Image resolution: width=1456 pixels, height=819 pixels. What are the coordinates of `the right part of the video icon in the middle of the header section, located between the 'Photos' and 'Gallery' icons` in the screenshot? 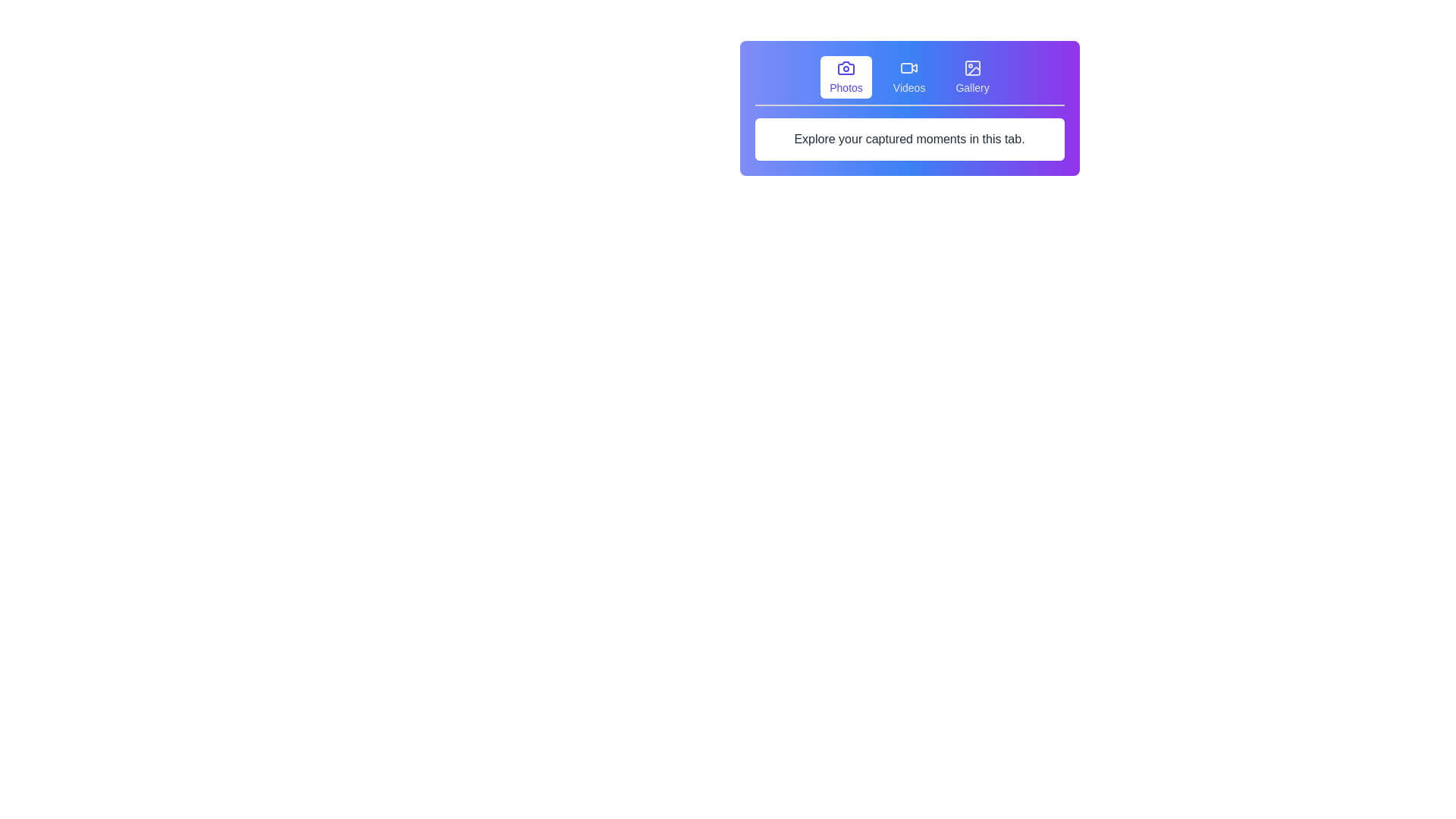 It's located at (914, 67).